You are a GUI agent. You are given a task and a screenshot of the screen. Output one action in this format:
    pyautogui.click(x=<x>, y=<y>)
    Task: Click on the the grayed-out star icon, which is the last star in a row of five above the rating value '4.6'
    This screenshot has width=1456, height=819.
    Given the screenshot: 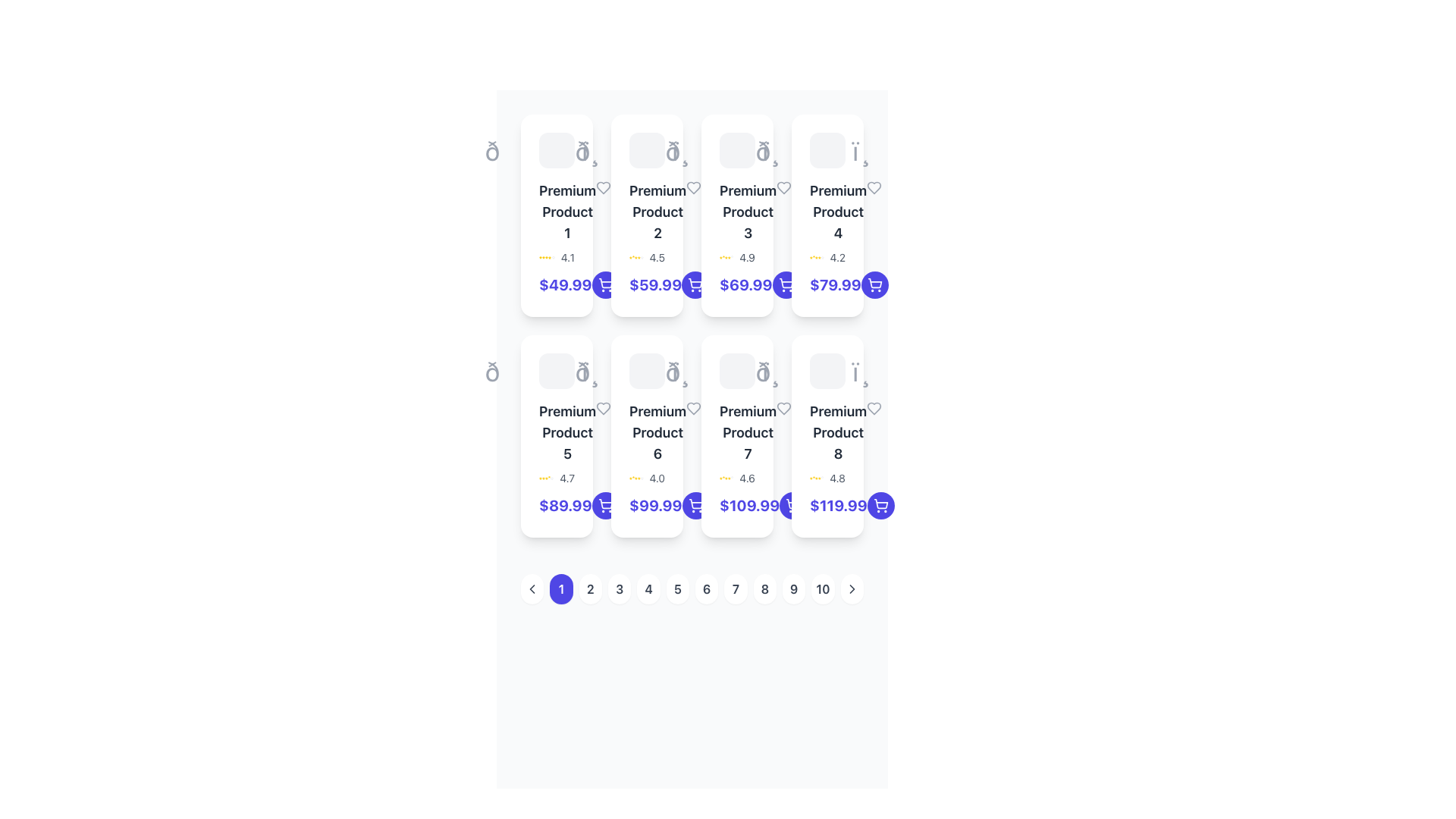 What is the action you would take?
    pyautogui.click(x=732, y=479)
    